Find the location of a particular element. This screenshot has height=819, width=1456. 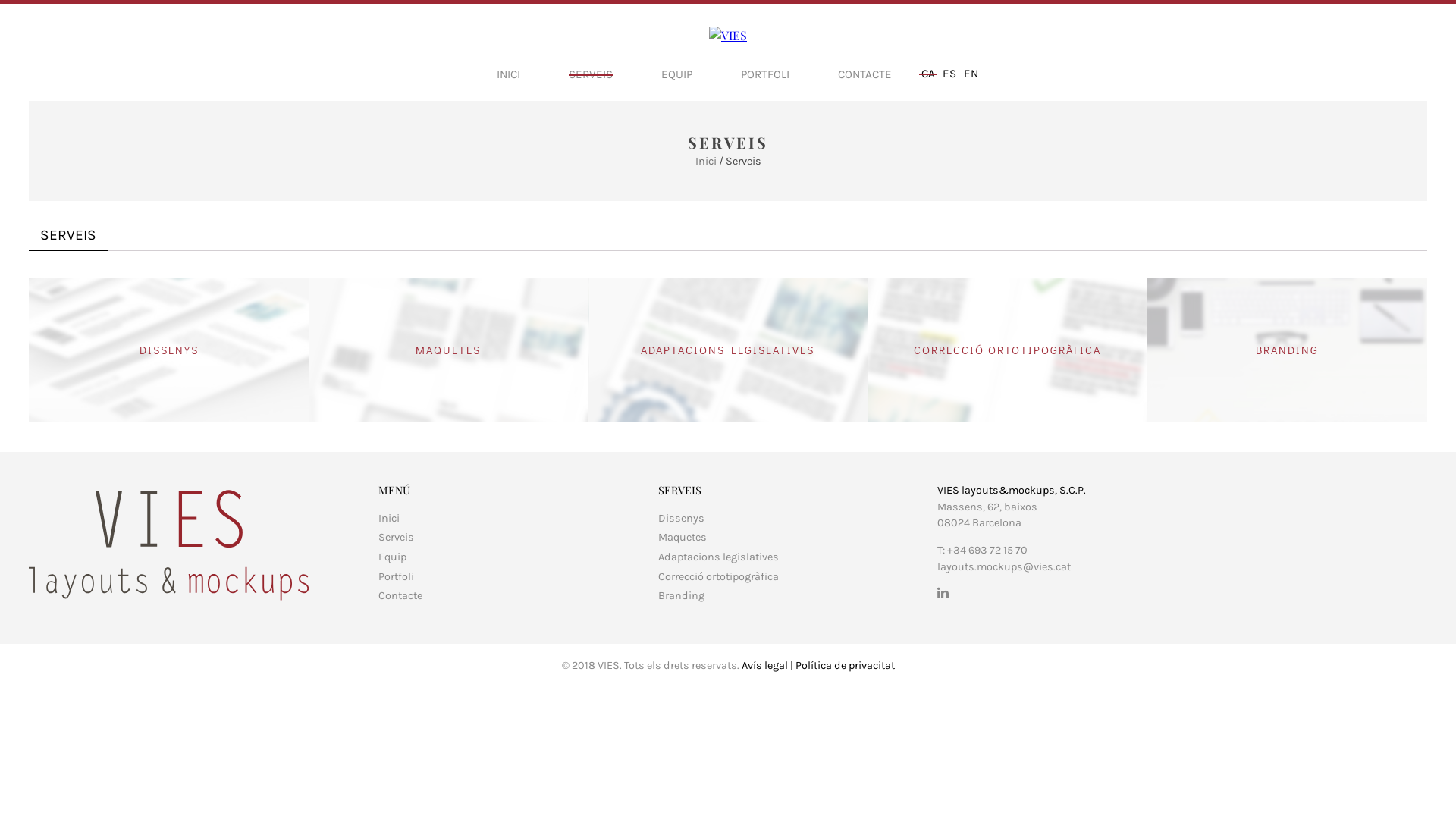

'Inici' is located at coordinates (694, 161).